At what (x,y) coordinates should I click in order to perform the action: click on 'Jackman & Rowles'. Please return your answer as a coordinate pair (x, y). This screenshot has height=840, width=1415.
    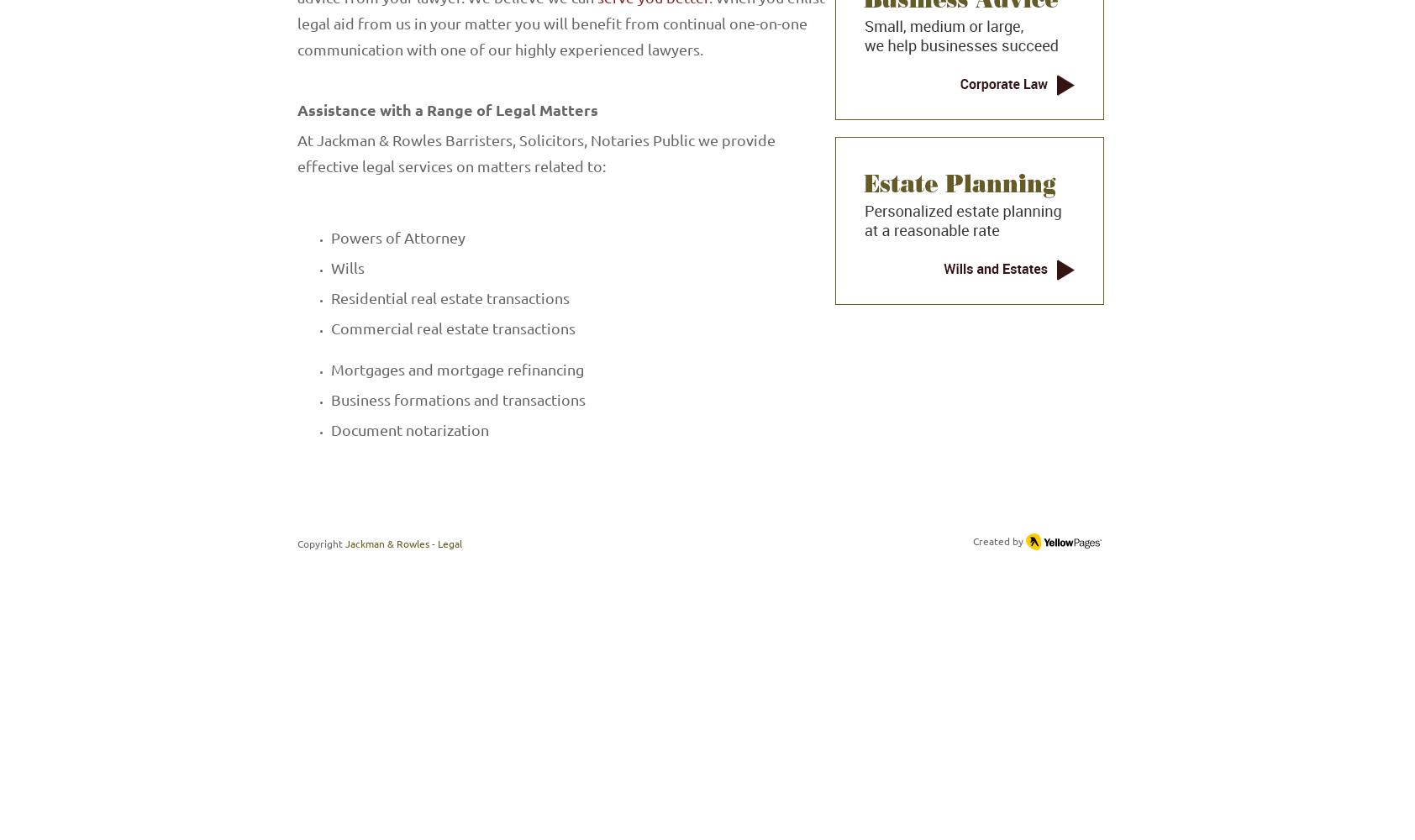
    Looking at the image, I should click on (387, 543).